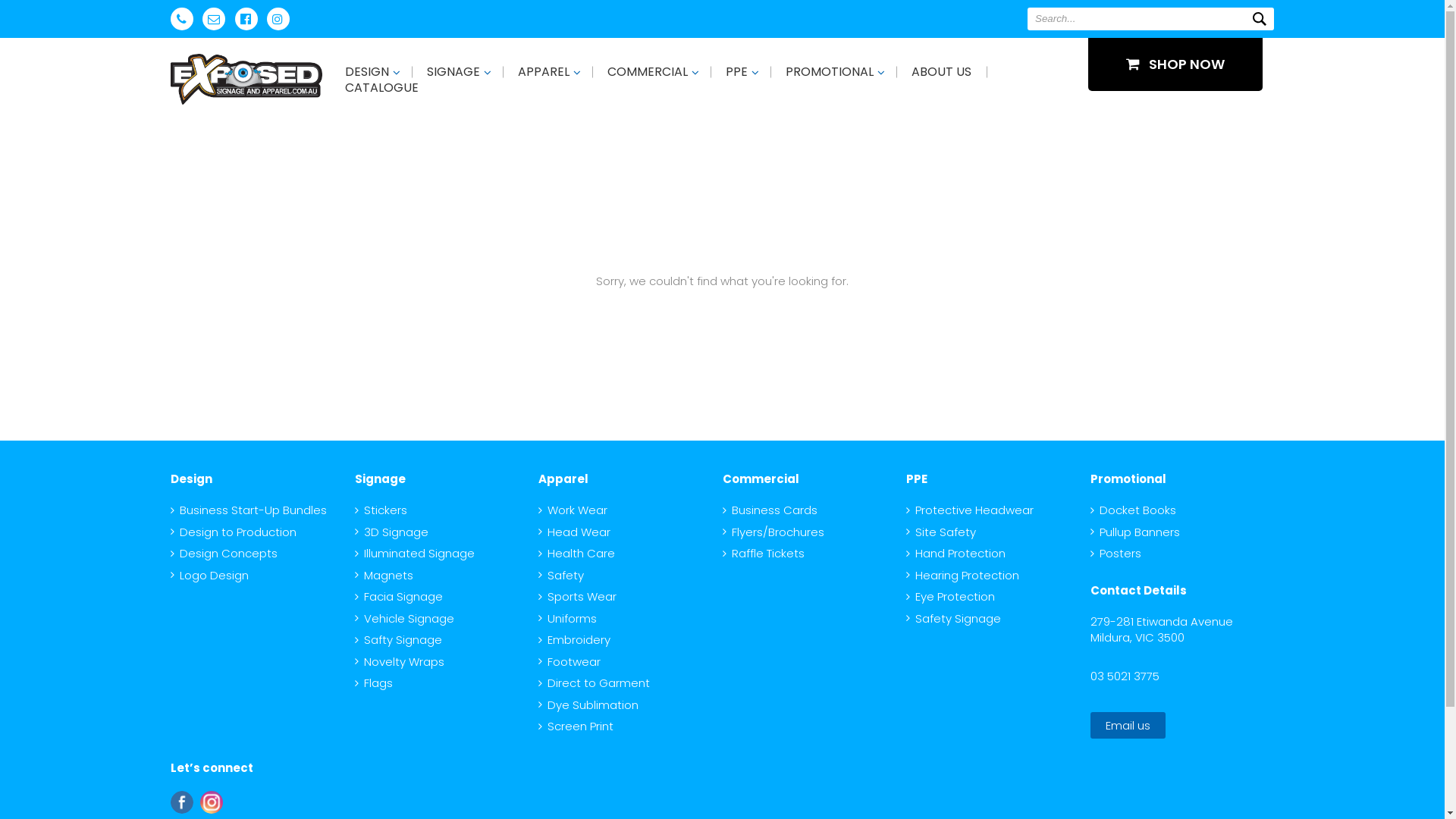 The width and height of the screenshot is (1456, 819). I want to click on 'SHOP NOW', so click(1175, 63).